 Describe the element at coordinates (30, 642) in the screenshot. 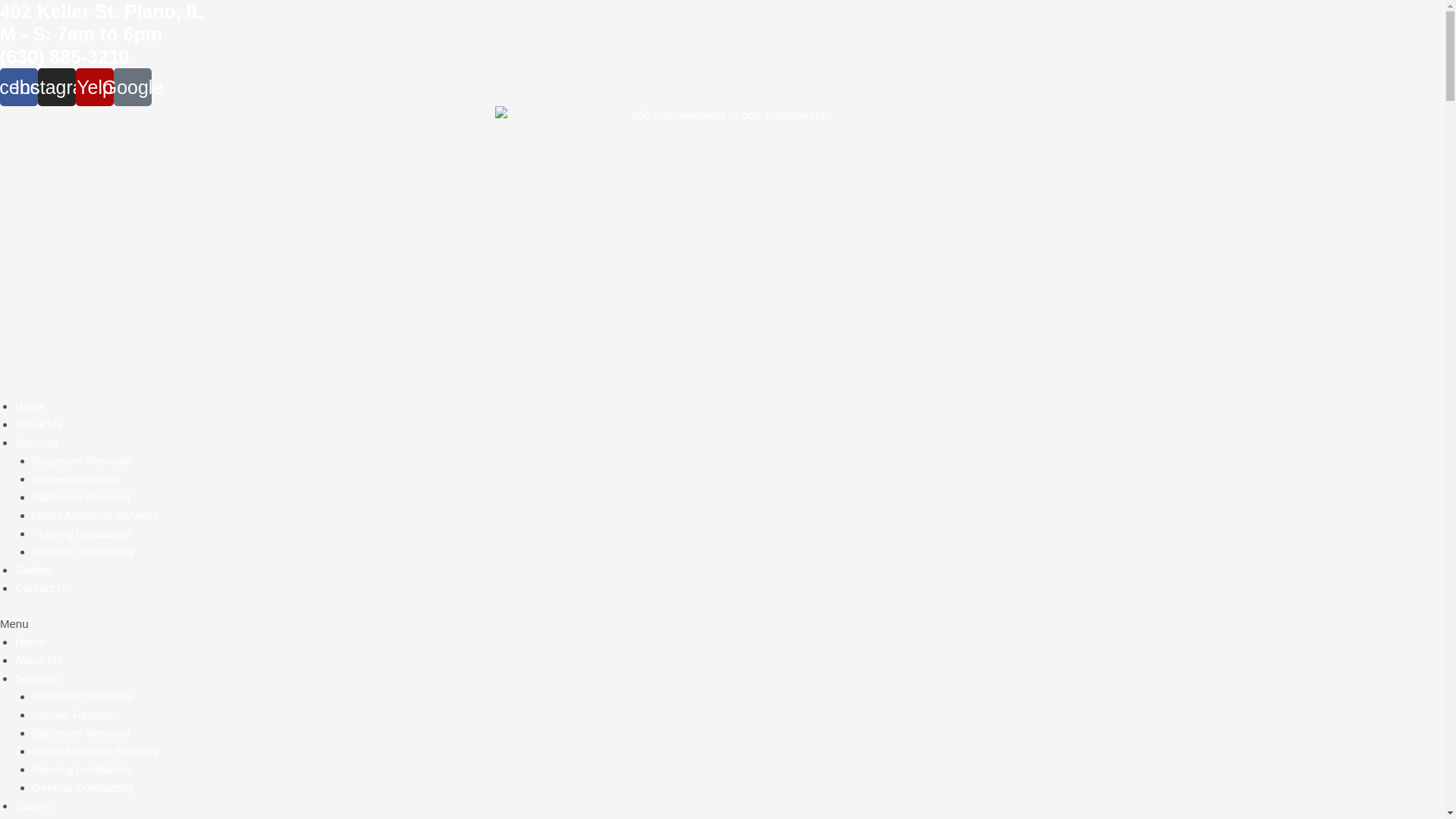

I see `'Home'` at that location.